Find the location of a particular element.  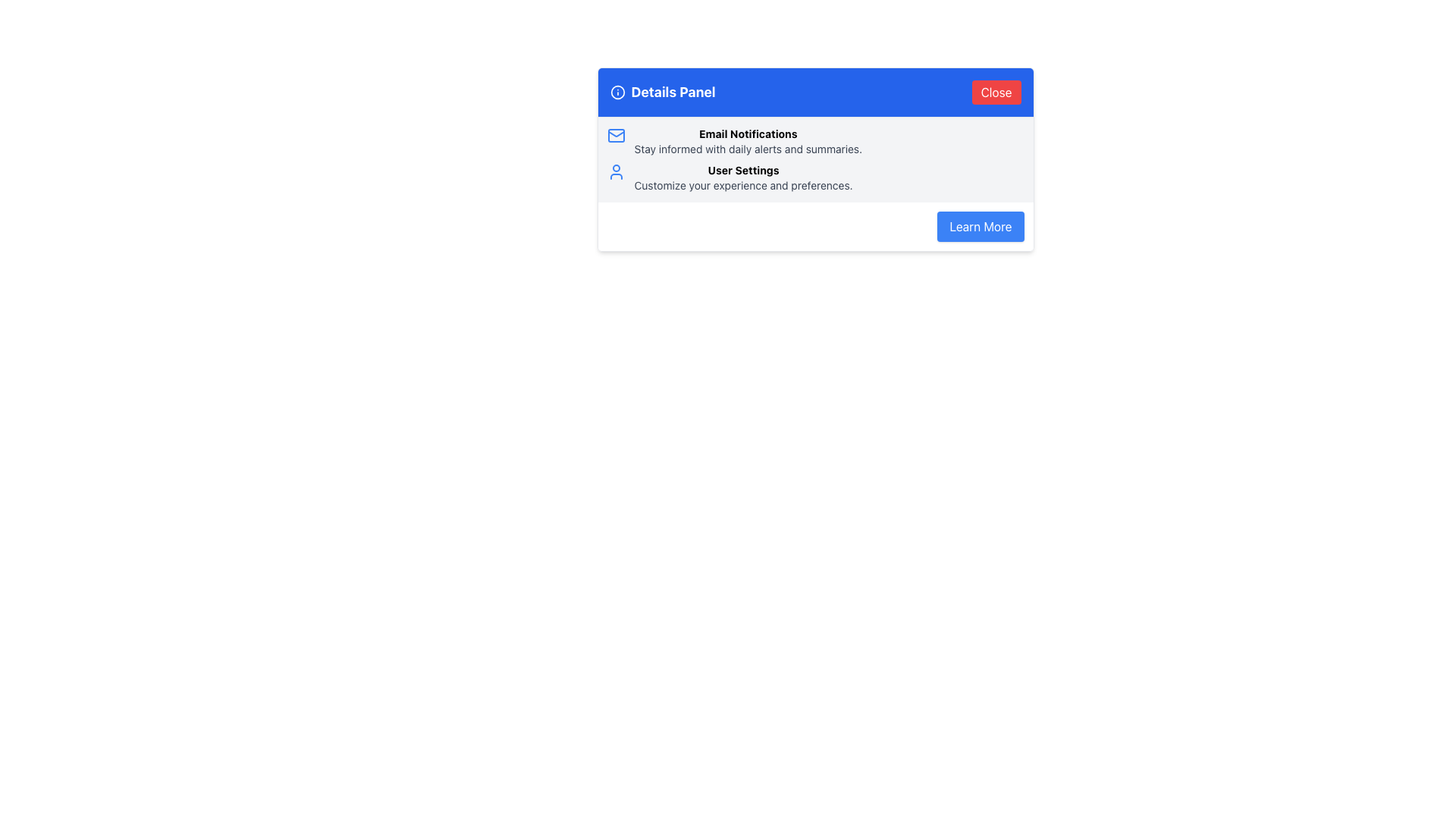

the rightmost button in the header bar is located at coordinates (996, 93).